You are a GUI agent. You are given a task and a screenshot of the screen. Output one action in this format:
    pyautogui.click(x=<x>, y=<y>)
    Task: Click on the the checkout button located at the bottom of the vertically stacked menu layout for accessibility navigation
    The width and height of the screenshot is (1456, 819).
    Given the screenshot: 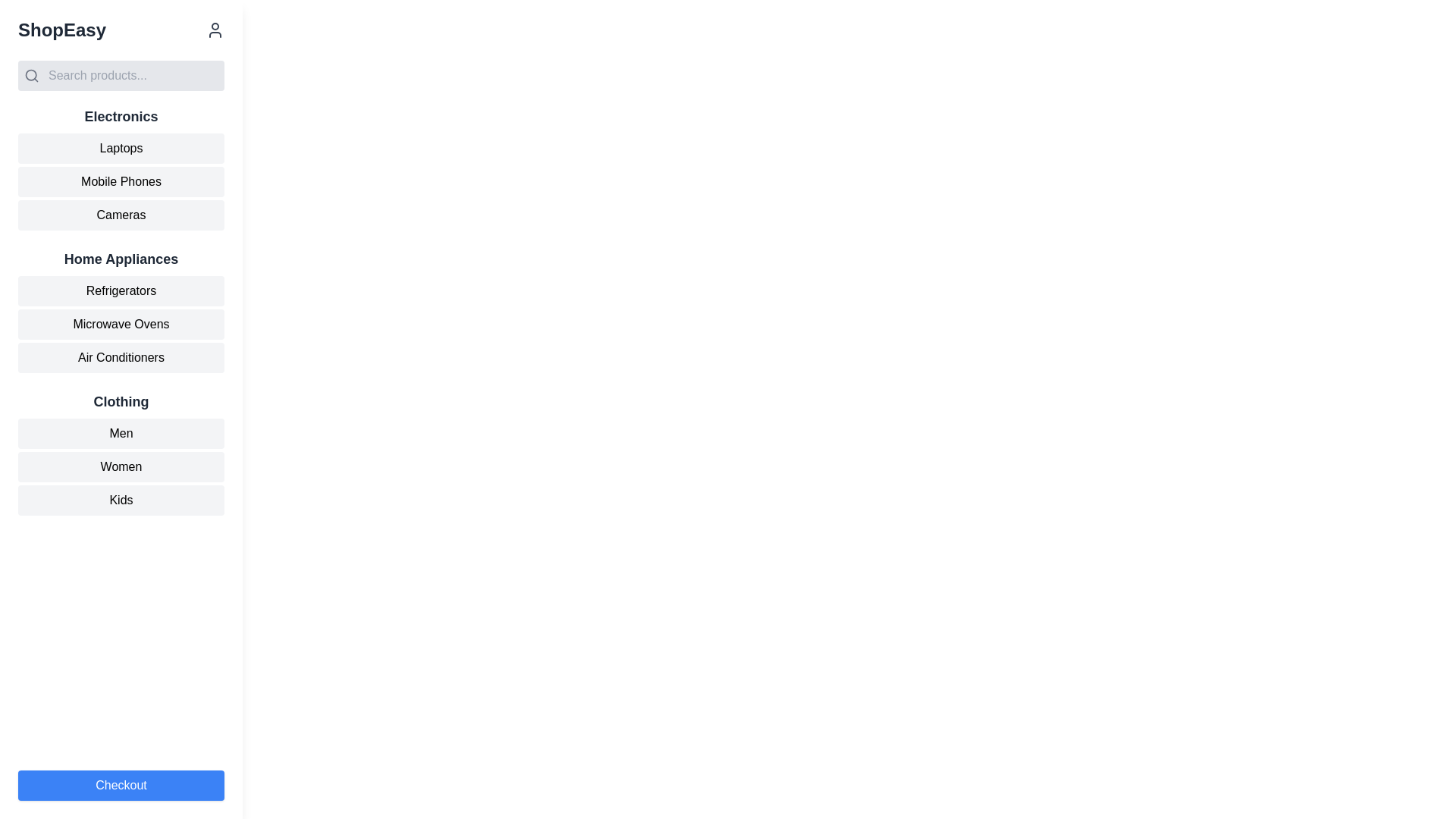 What is the action you would take?
    pyautogui.click(x=120, y=785)
    